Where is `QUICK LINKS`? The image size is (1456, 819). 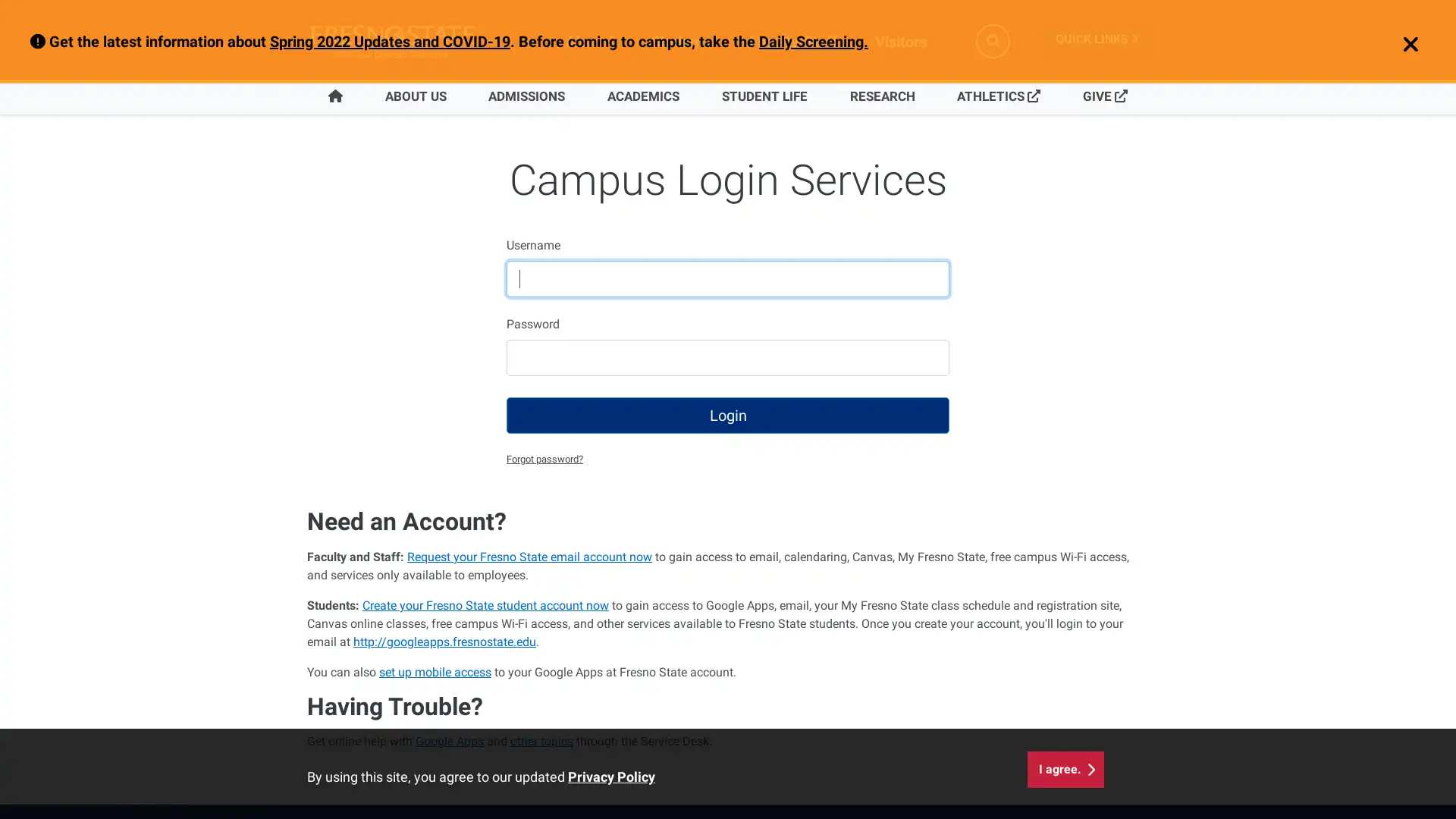
QUICK LINKS is located at coordinates (1096, 38).